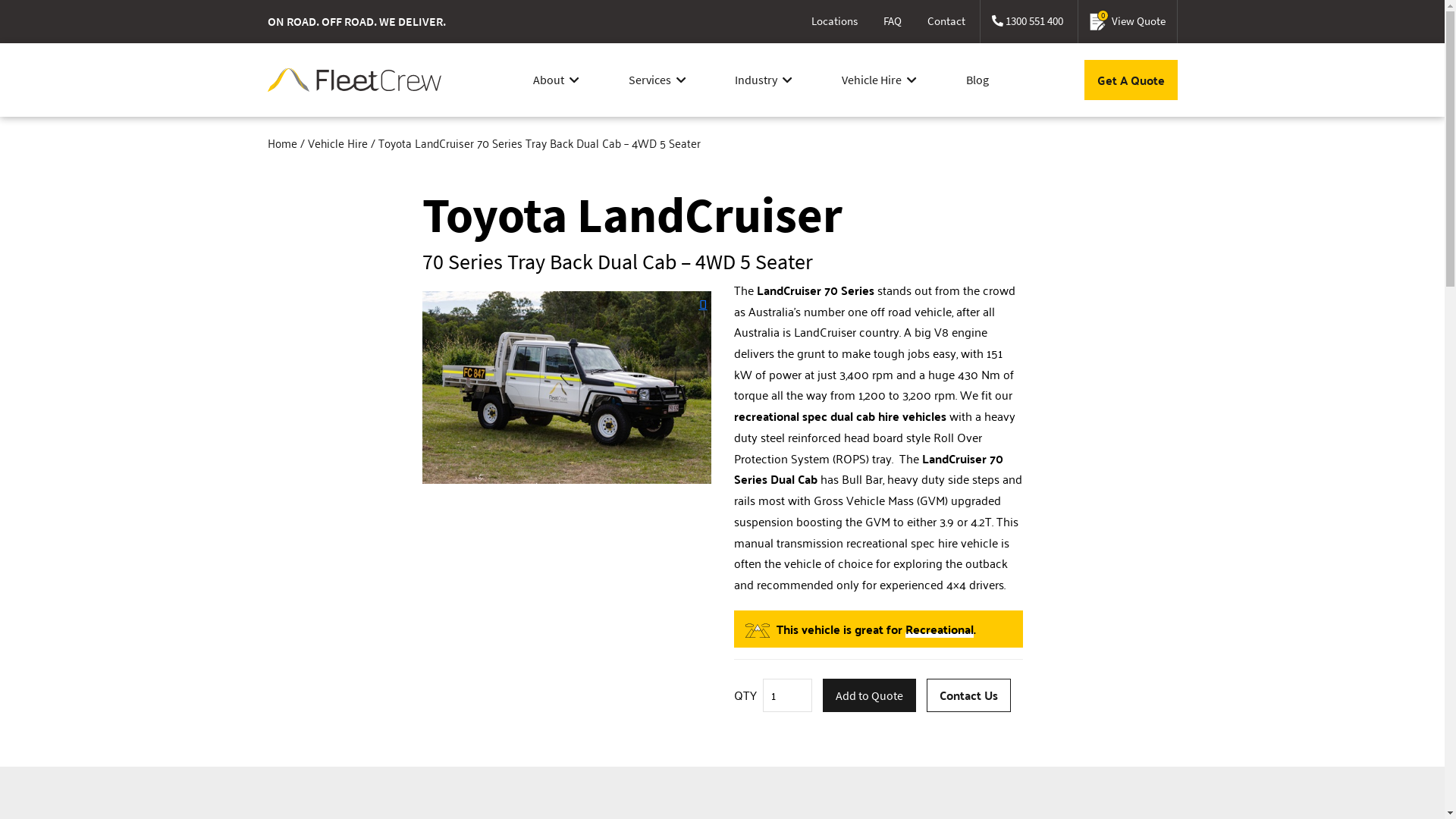  Describe the element at coordinates (1027, 21) in the screenshot. I see `'1300 551 400'` at that location.